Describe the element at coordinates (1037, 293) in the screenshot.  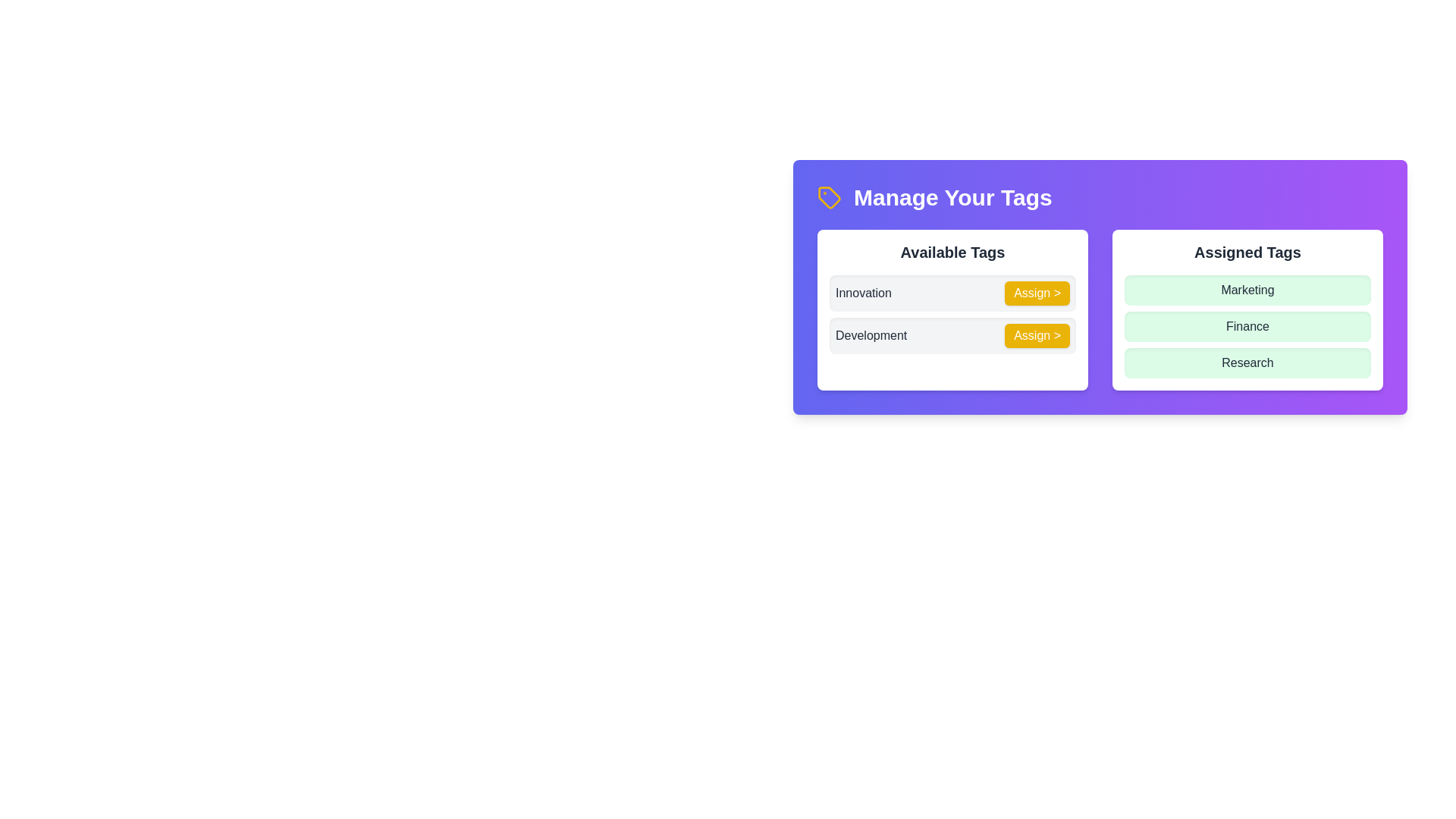
I see `the button with rounded corners and a yellow background that contains the text 'Assign >' to assign the tag` at that location.